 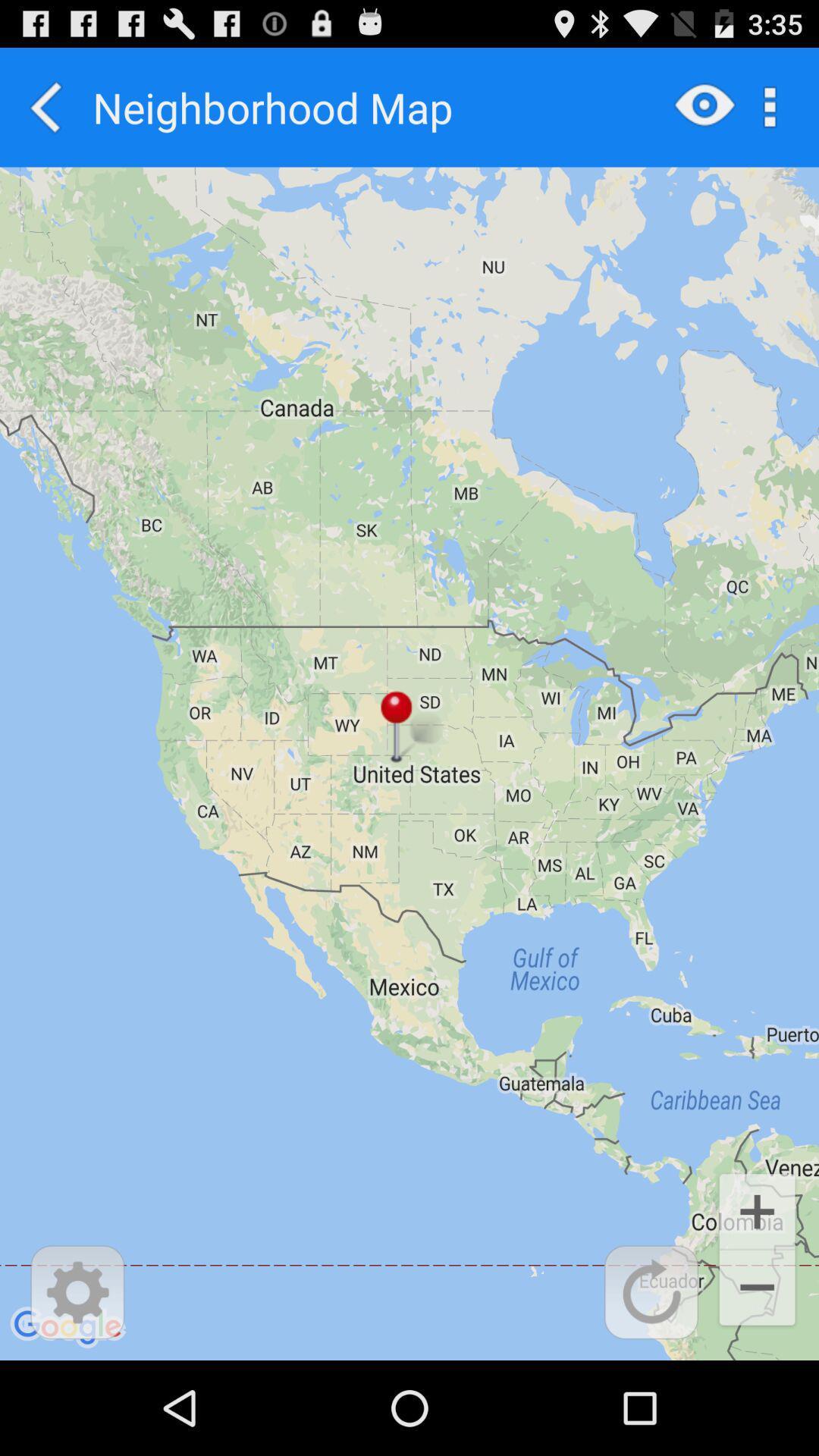 I want to click on the settings icon, so click(x=77, y=1383).